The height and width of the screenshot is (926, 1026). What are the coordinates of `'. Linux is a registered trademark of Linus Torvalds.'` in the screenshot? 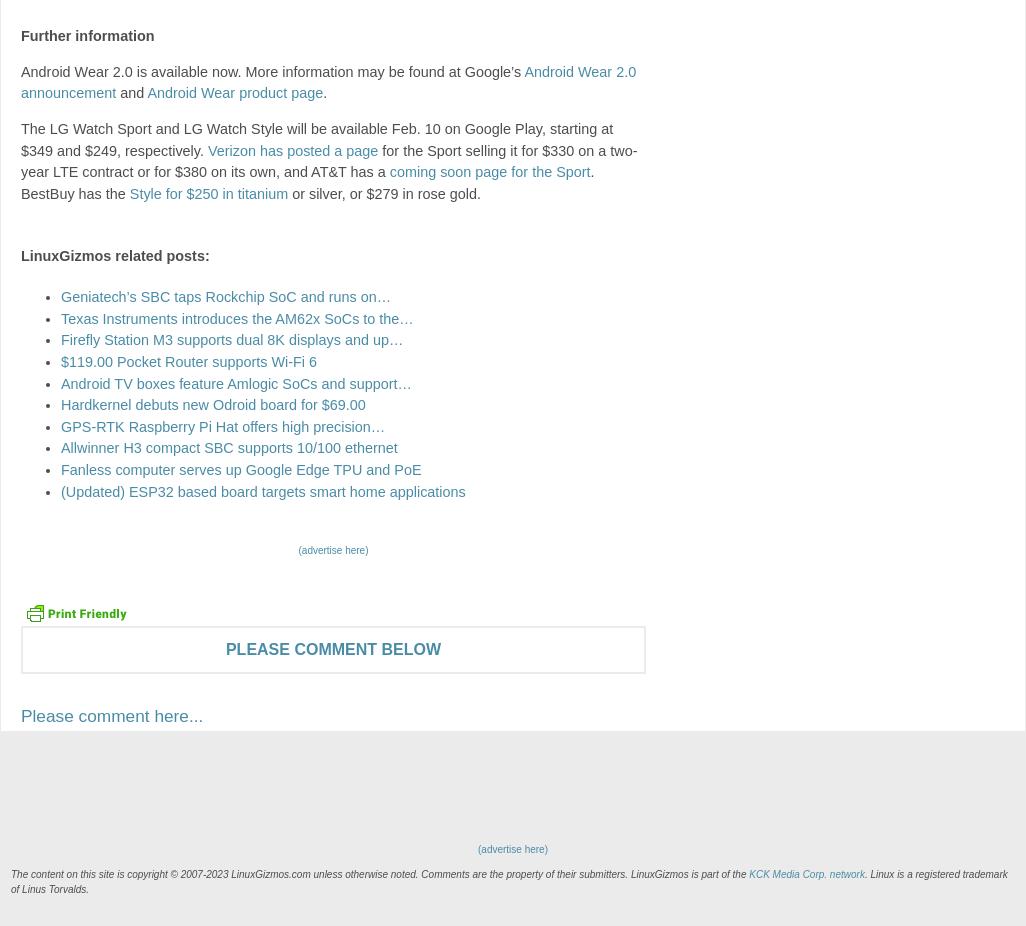 It's located at (507, 882).